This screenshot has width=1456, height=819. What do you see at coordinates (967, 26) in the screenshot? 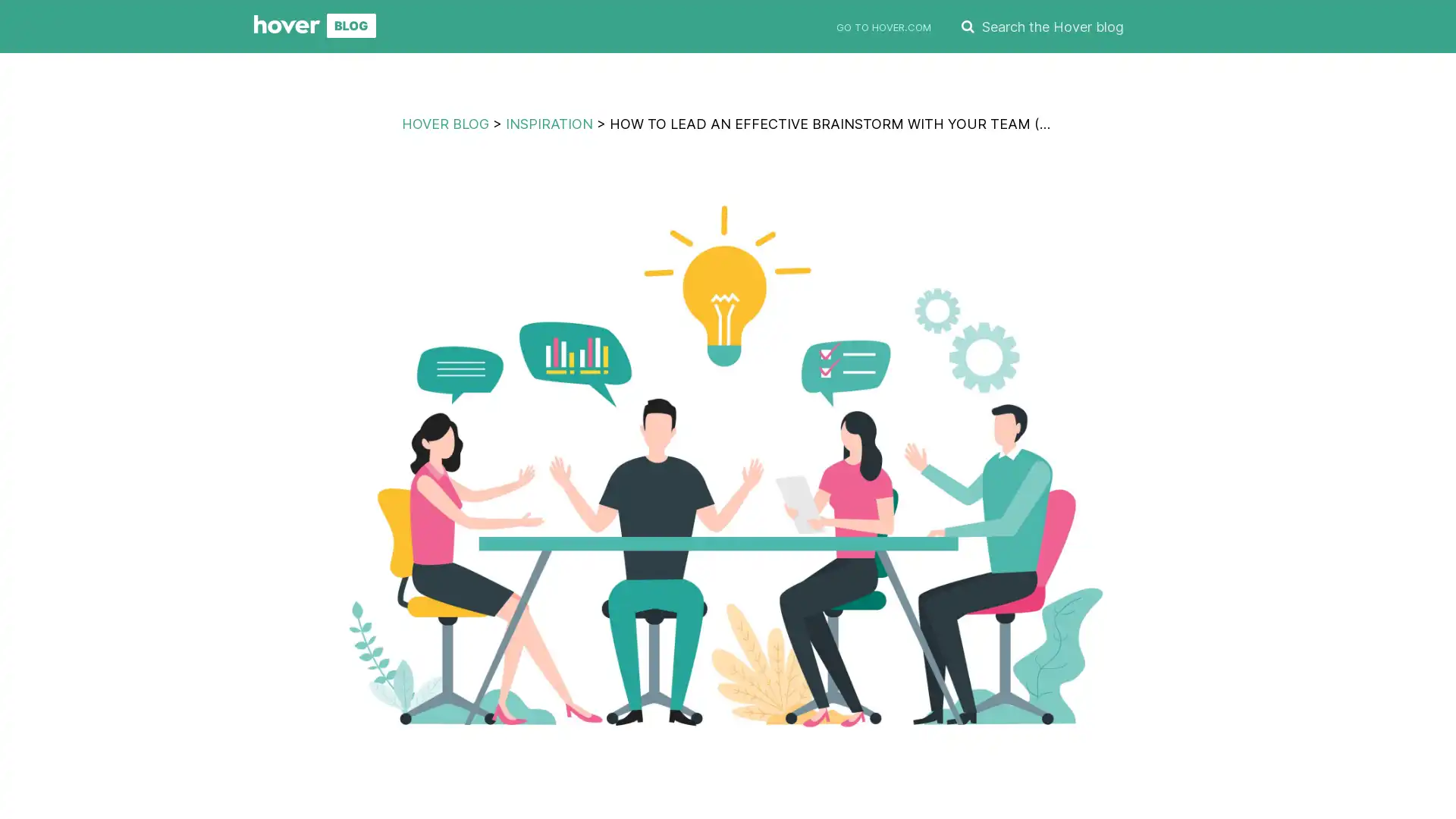
I see `SEARCH` at bounding box center [967, 26].